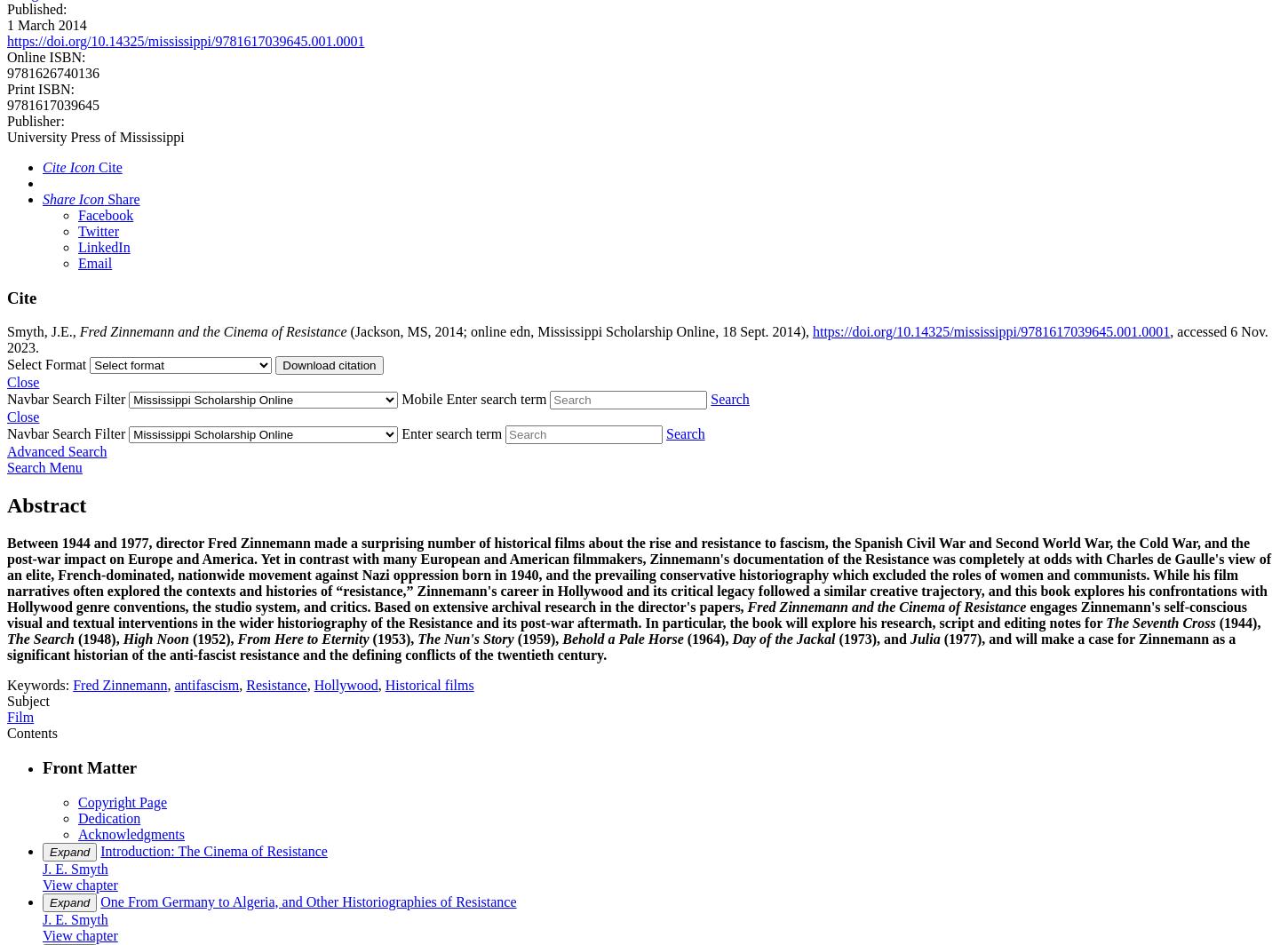 This screenshot has height=945, width=1288. What do you see at coordinates (924, 639) in the screenshot?
I see `'Julia'` at bounding box center [924, 639].